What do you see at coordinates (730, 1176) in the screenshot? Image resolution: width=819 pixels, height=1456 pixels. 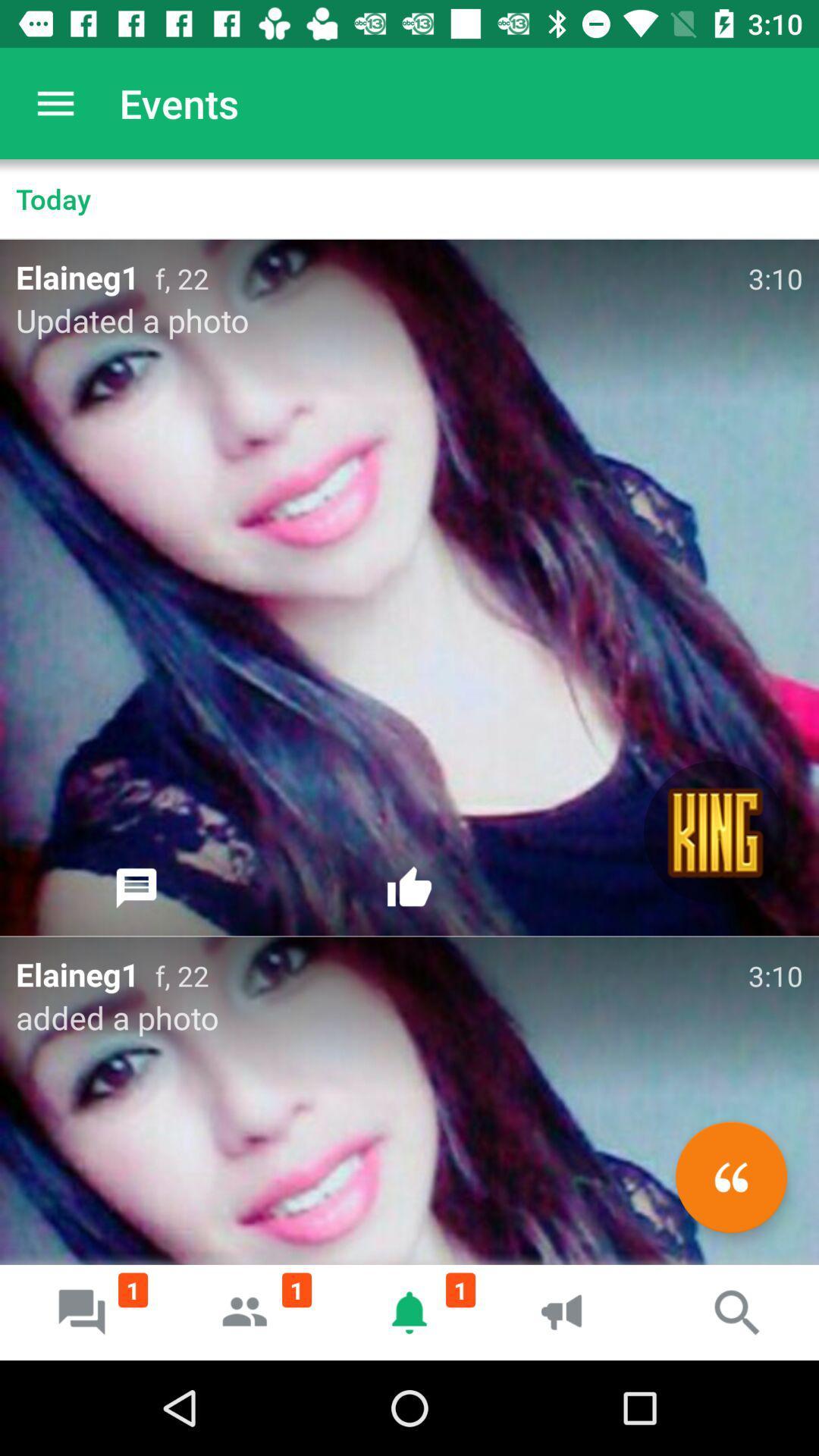 I see `quote` at bounding box center [730, 1176].